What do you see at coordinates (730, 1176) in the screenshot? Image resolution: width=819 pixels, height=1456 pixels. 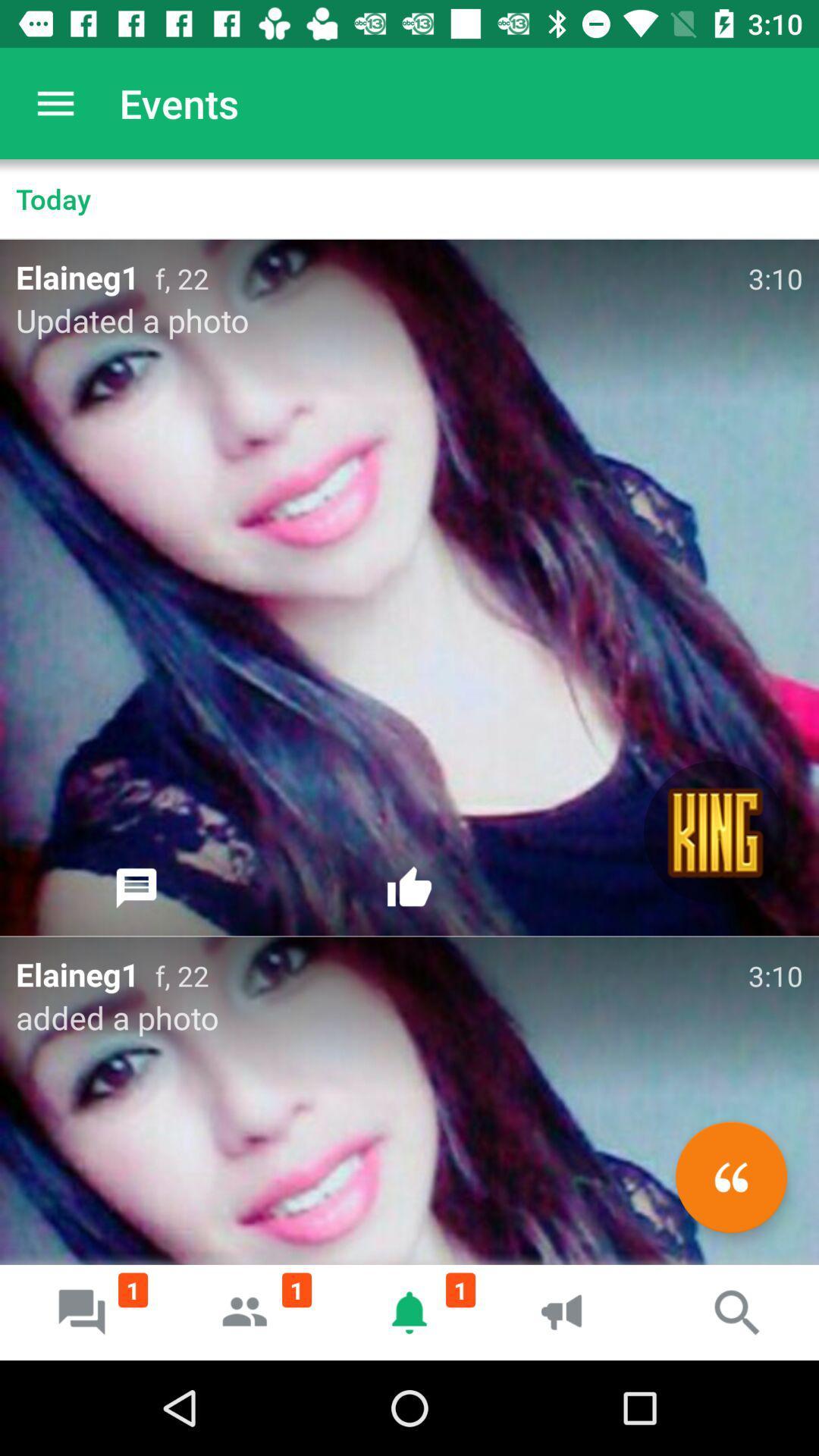 I see `quote` at bounding box center [730, 1176].